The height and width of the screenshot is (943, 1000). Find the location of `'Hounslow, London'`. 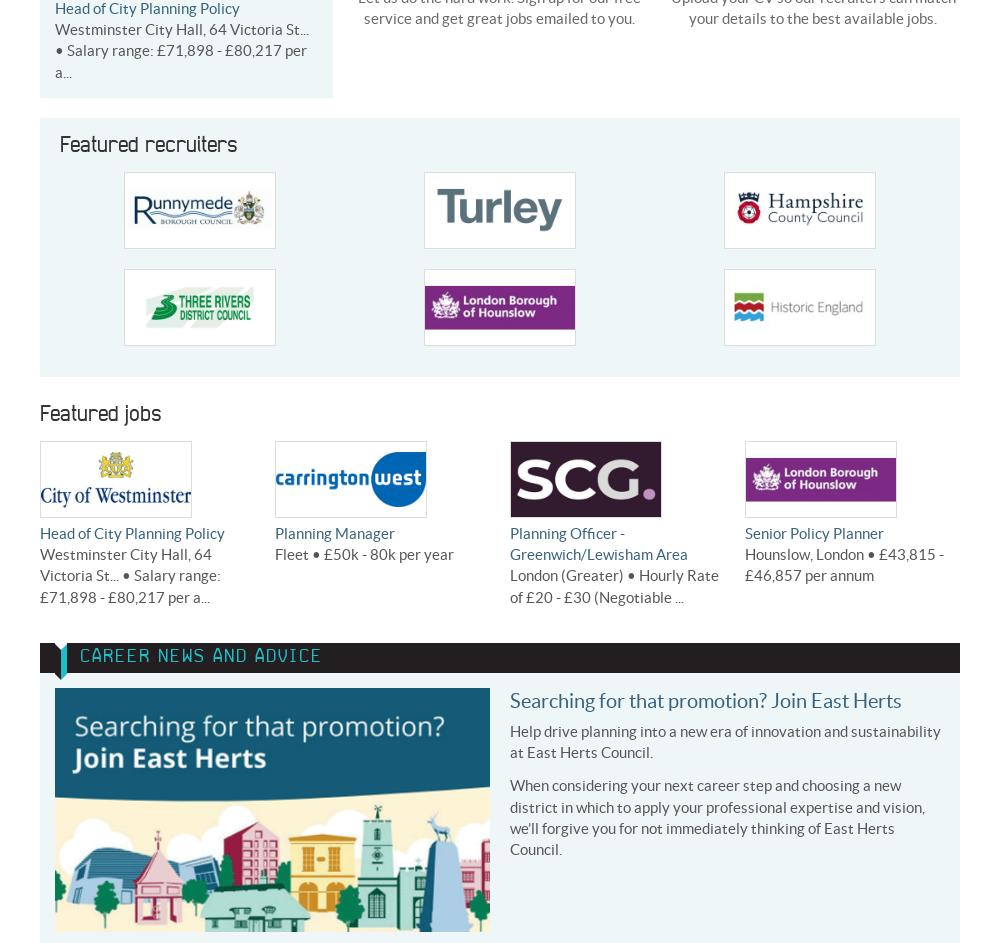

'Hounslow, London' is located at coordinates (804, 554).